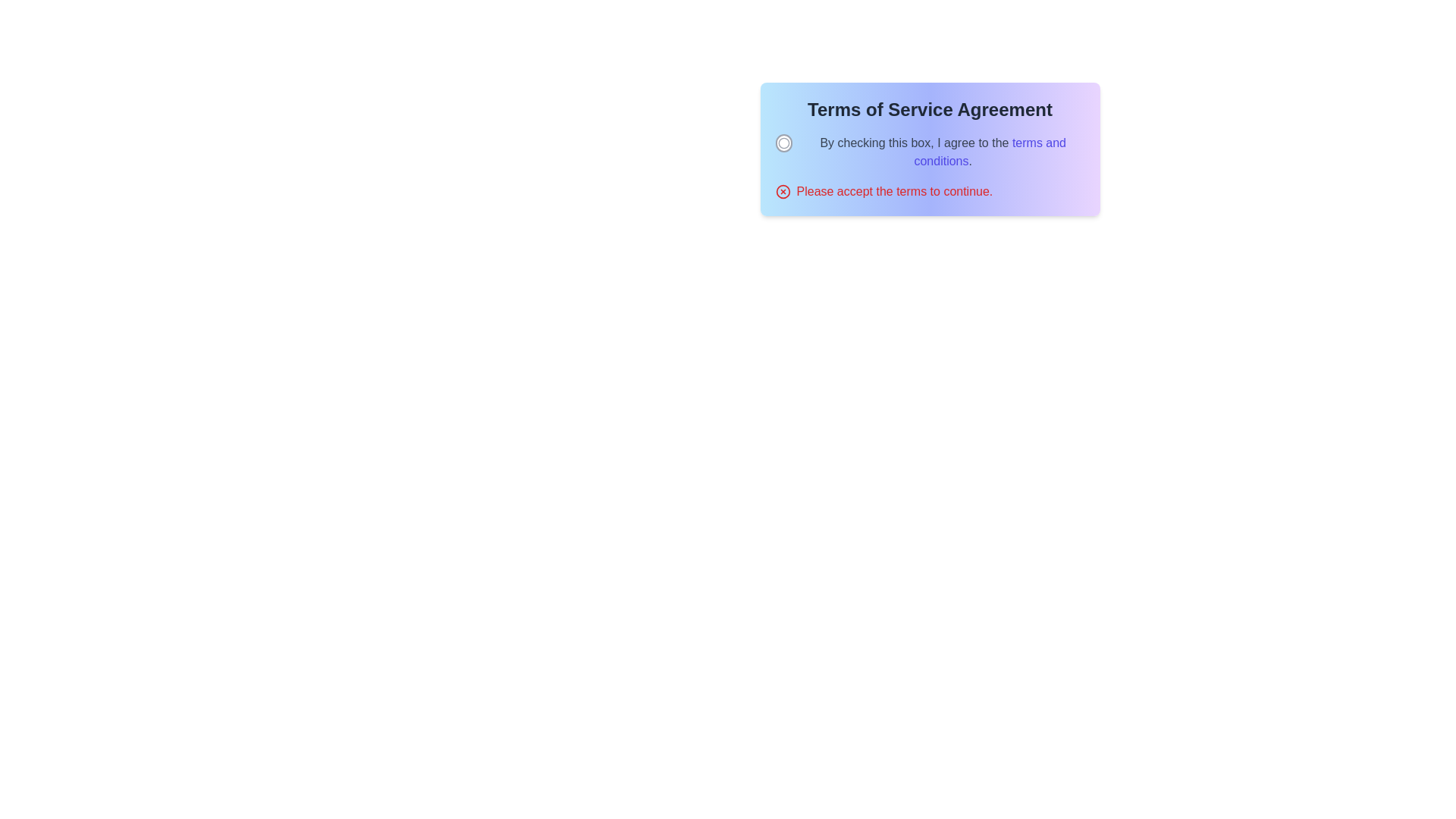  Describe the element at coordinates (783, 143) in the screenshot. I see `the checkbox located in the top-left part of the dialog box that precedes the text 'By checking this box, I agree to the terms and conditions' for potential tooltip or visual feedback` at that location.